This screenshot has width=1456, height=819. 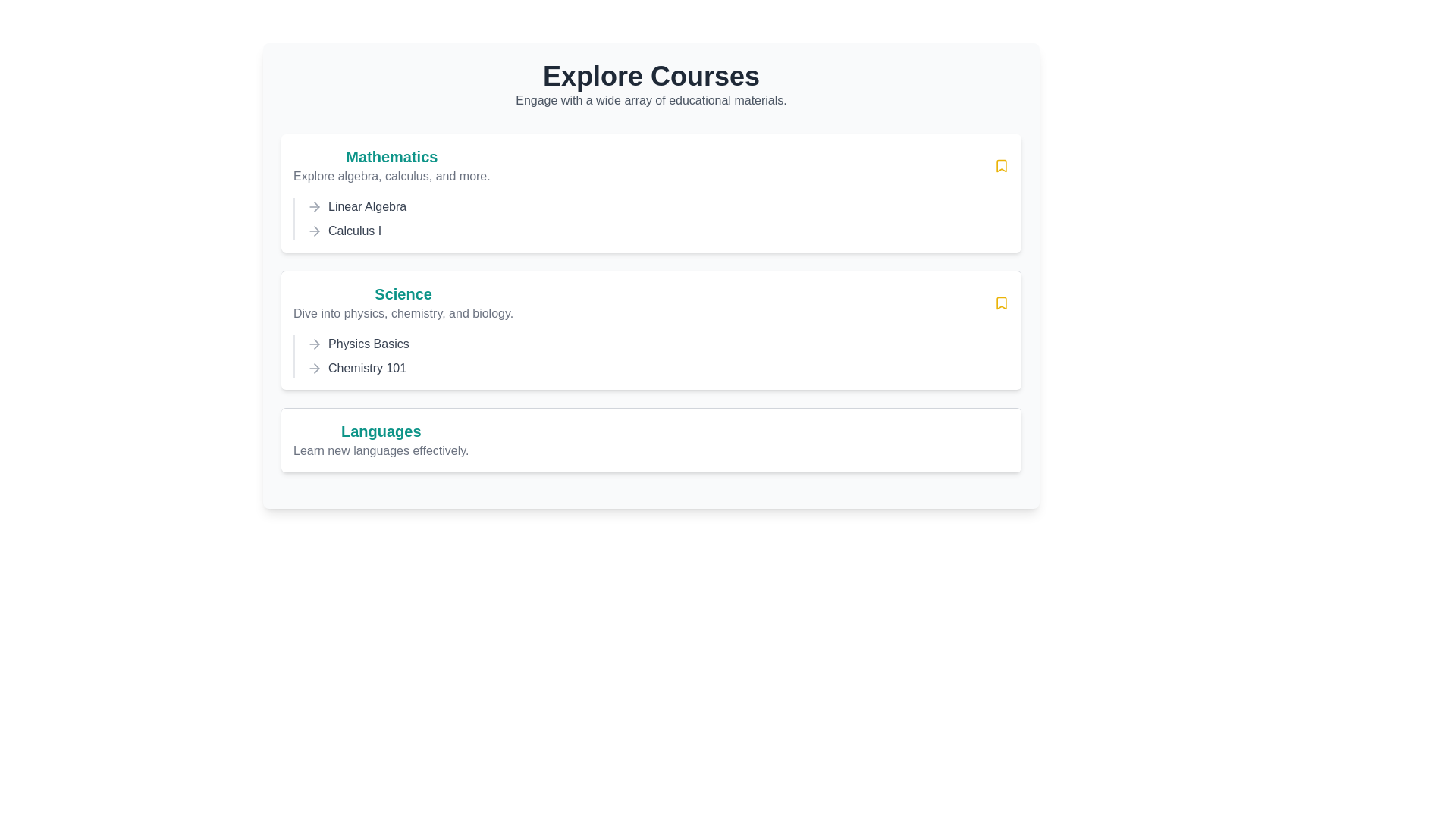 I want to click on the Icon (Arrow) located to the immediate left of the text 'Calculus I' in the 'Mathematics' section for visual scanning, so click(x=313, y=231).